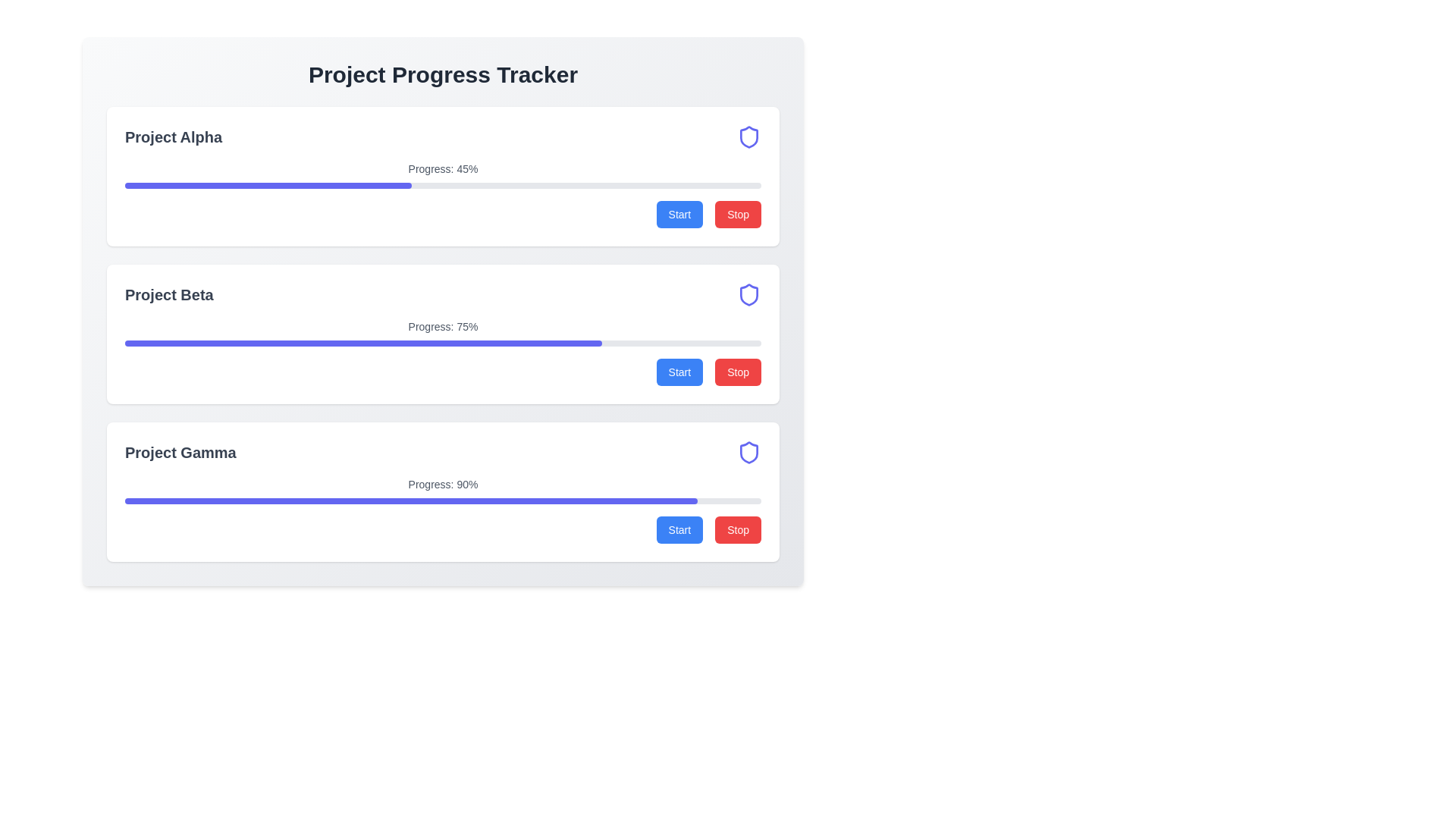 The width and height of the screenshot is (1456, 819). What do you see at coordinates (442, 175) in the screenshot?
I see `the 'Project Alpha' card, which is the first card in a stacked list of project cards` at bounding box center [442, 175].